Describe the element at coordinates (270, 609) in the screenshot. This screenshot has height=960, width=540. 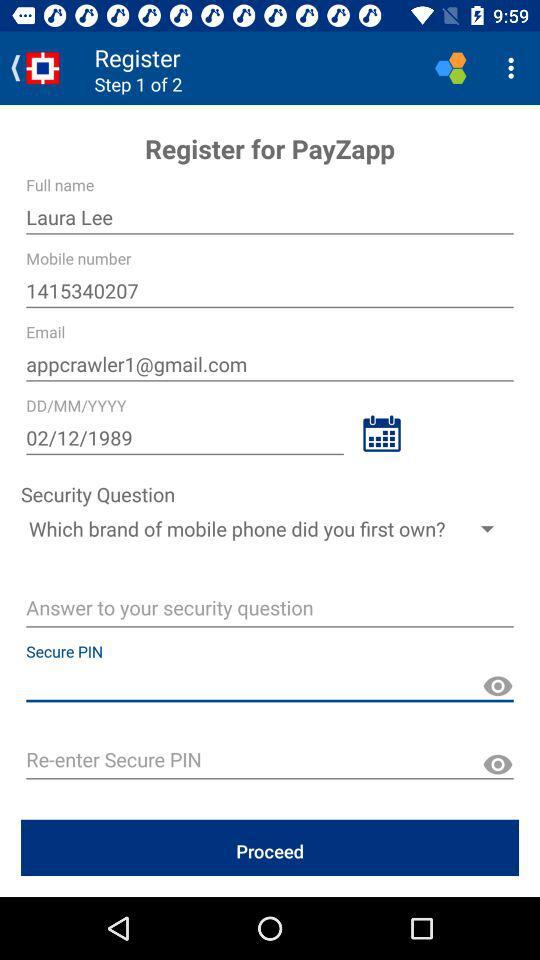
I see `autoplay option` at that location.